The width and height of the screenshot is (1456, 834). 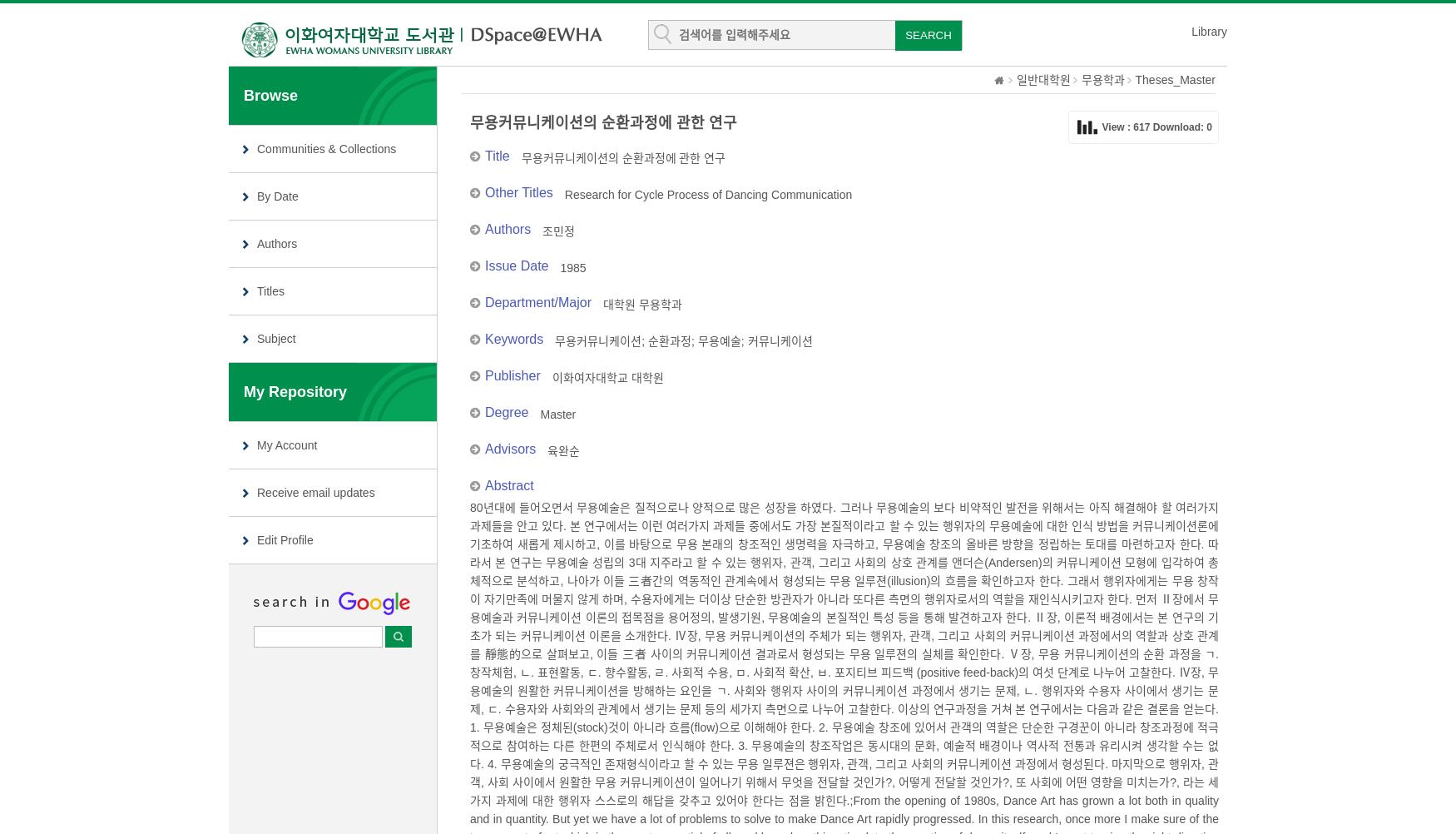 I want to click on 'Titles', so click(x=270, y=290).